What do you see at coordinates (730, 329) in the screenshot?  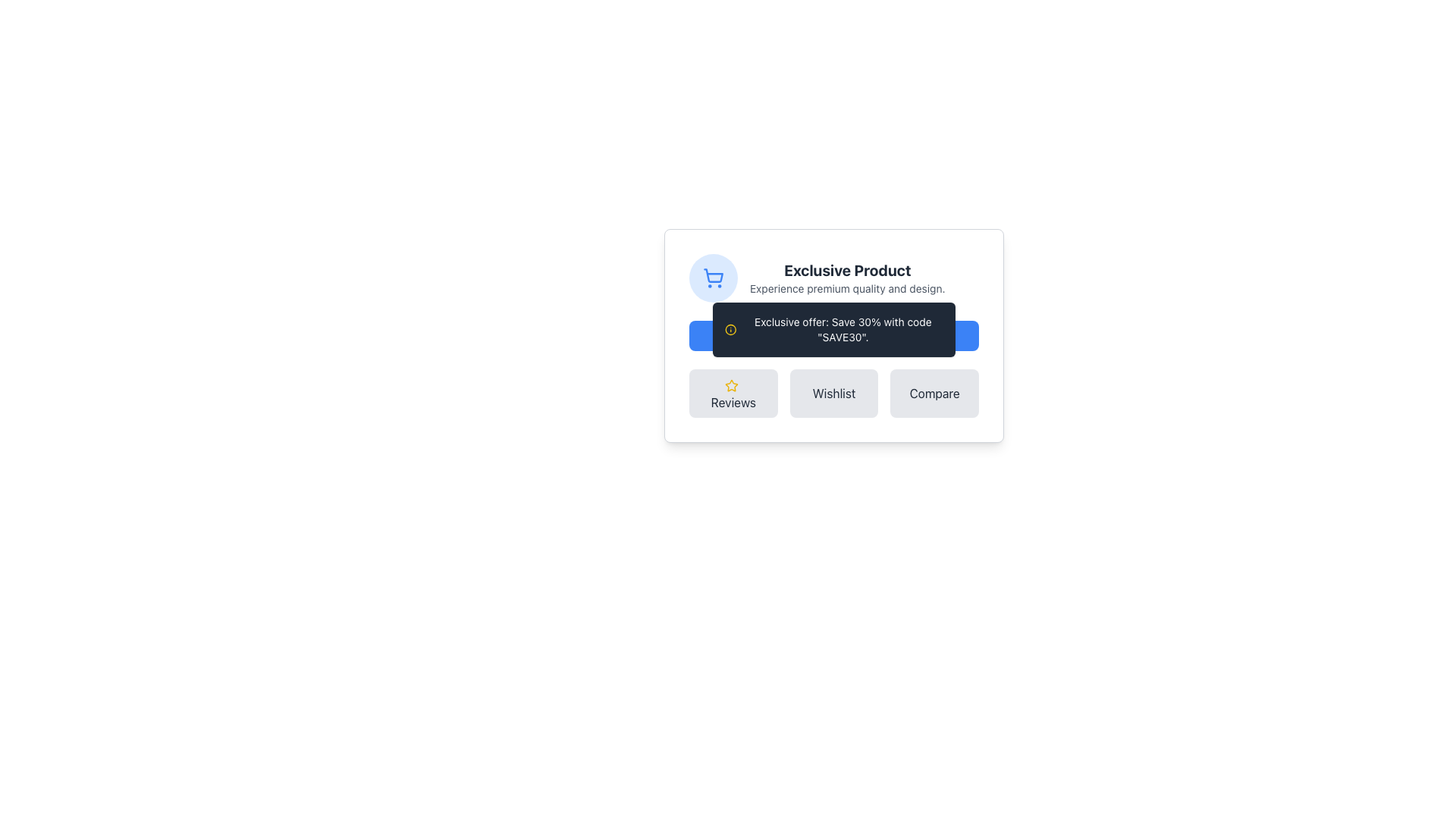 I see `the Circular SVG element that serves as a graphical indicator for the tooltip explaining the exclusive offer, located to the left of the text 'Exclusive offer: Save 30% with code "SAVE30"'` at bounding box center [730, 329].